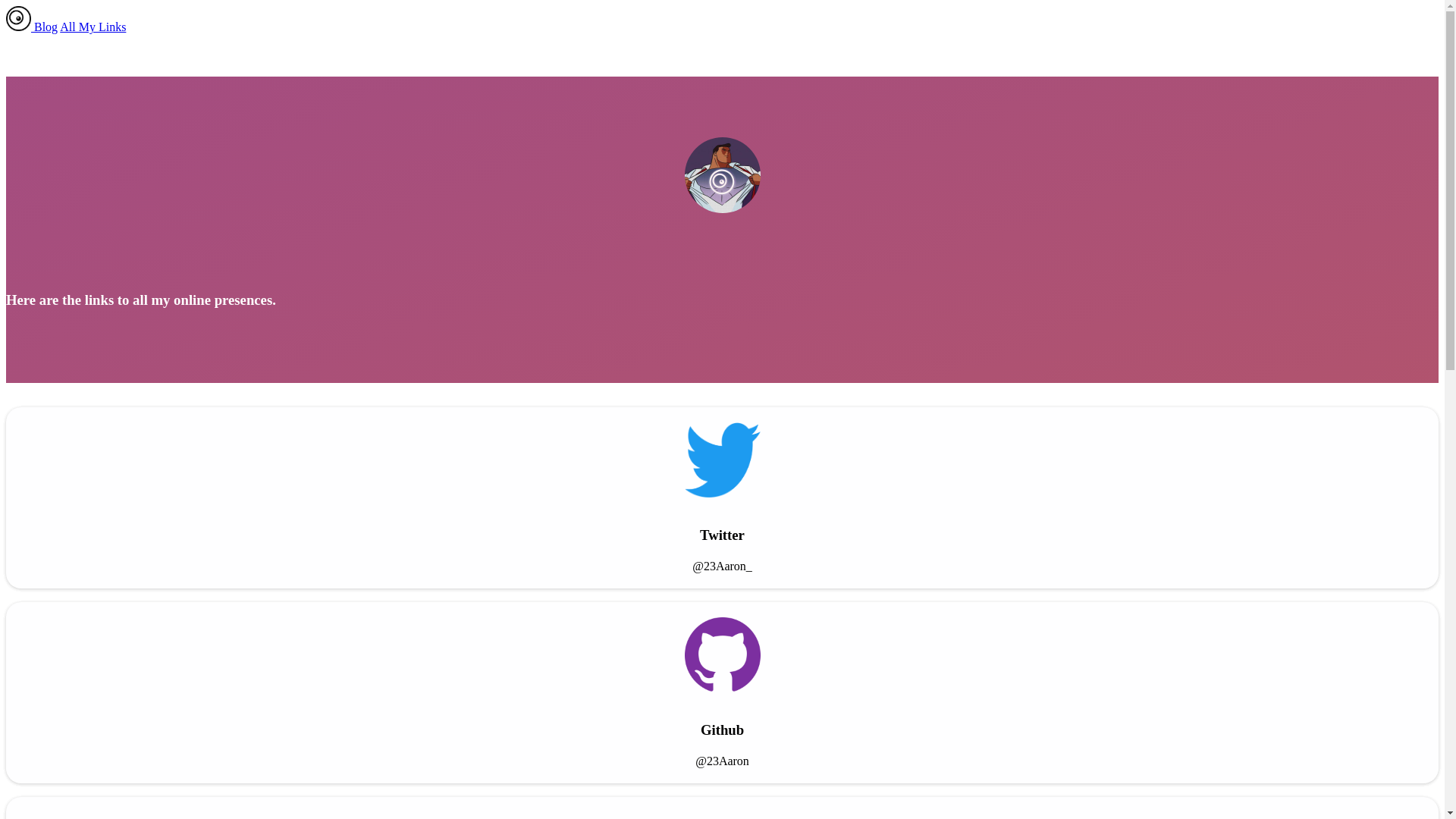 The image size is (1456, 819). Describe the element at coordinates (33, 27) in the screenshot. I see `'Blog'` at that location.